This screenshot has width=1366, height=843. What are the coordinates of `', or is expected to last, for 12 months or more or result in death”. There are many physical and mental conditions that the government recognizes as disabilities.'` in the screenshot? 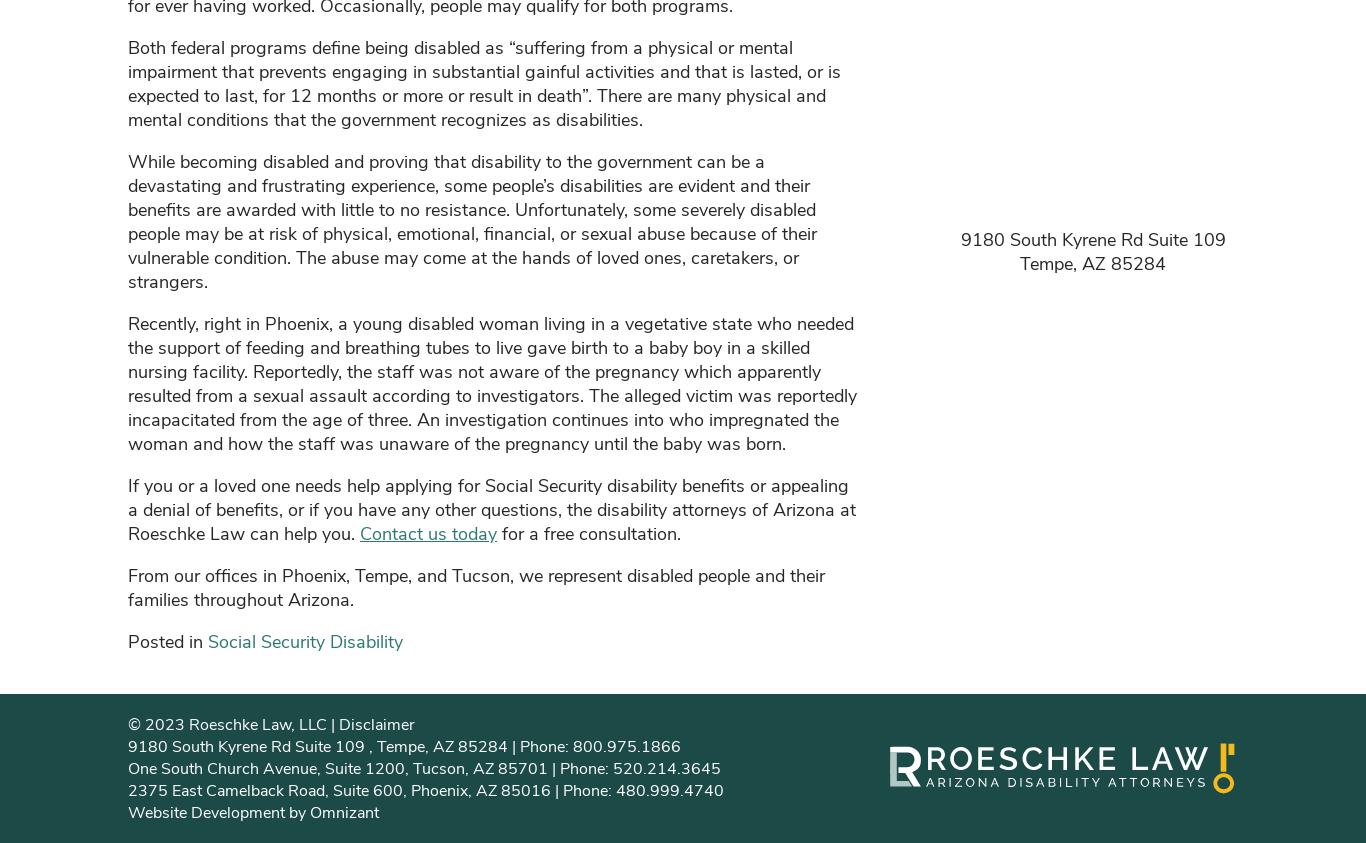 It's located at (484, 94).